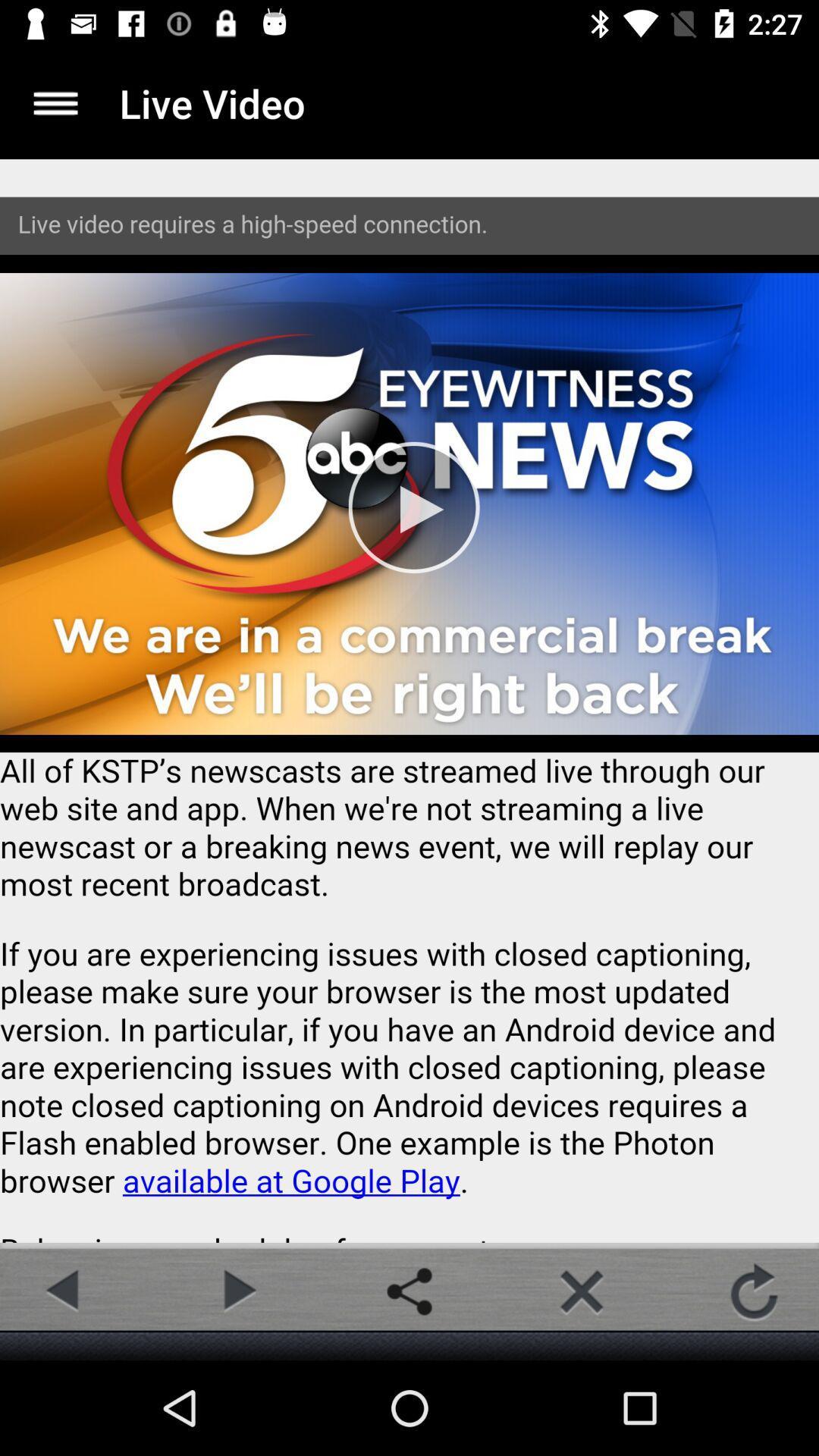  I want to click on the menu icon, so click(55, 102).